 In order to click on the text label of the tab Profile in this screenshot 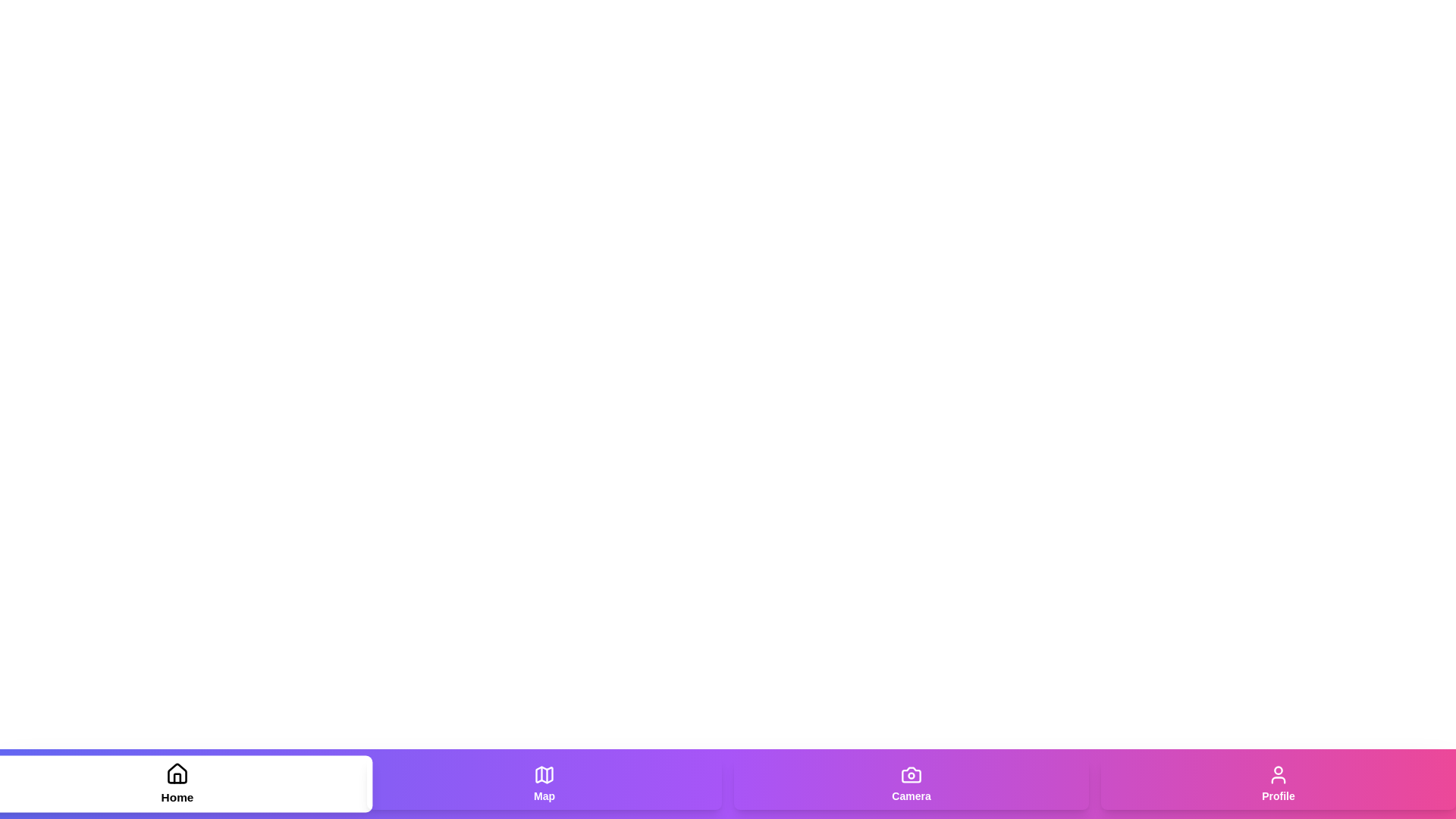, I will do `click(1277, 795)`.